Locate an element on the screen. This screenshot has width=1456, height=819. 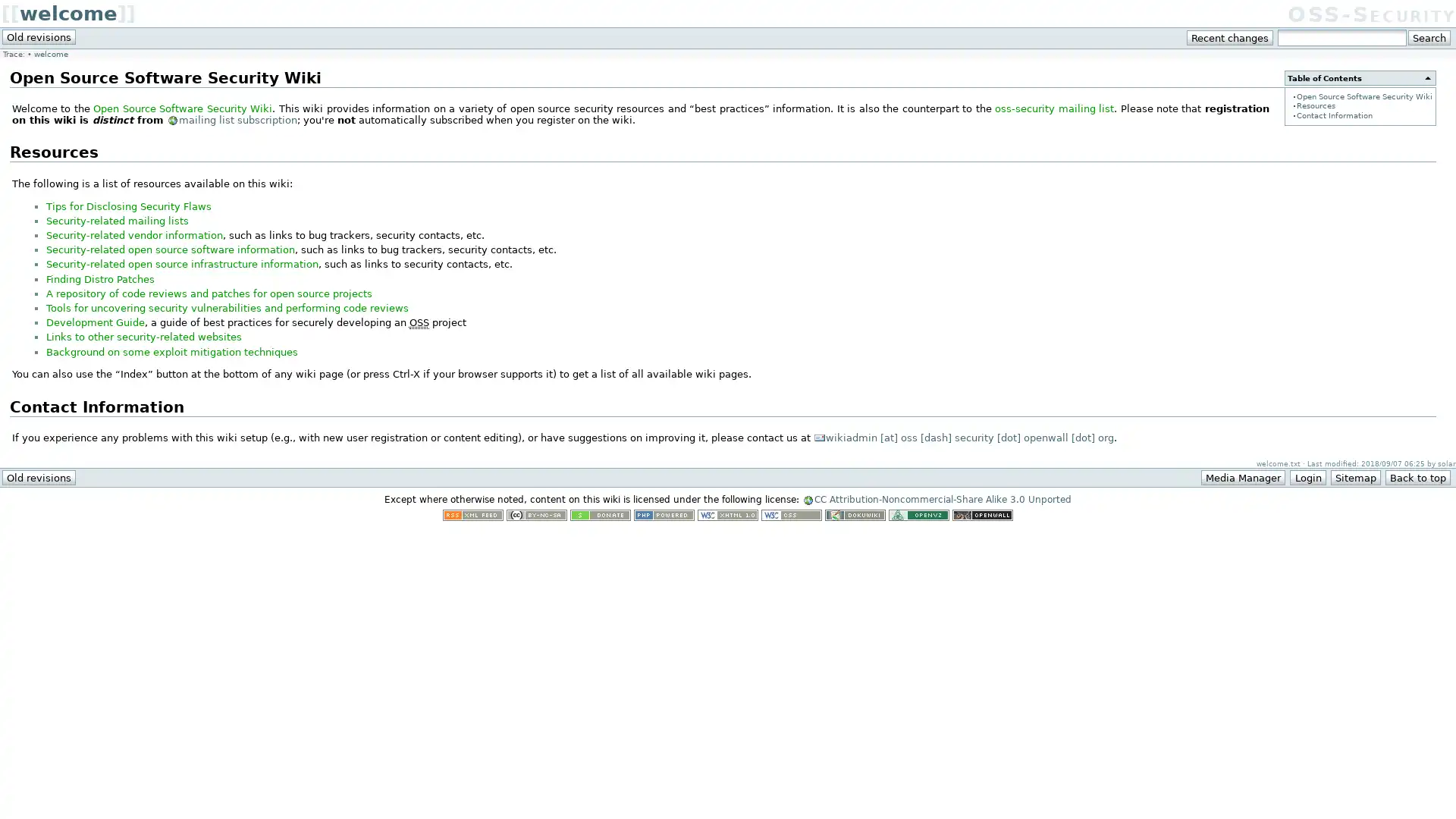
Old revisions is located at coordinates (39, 36).